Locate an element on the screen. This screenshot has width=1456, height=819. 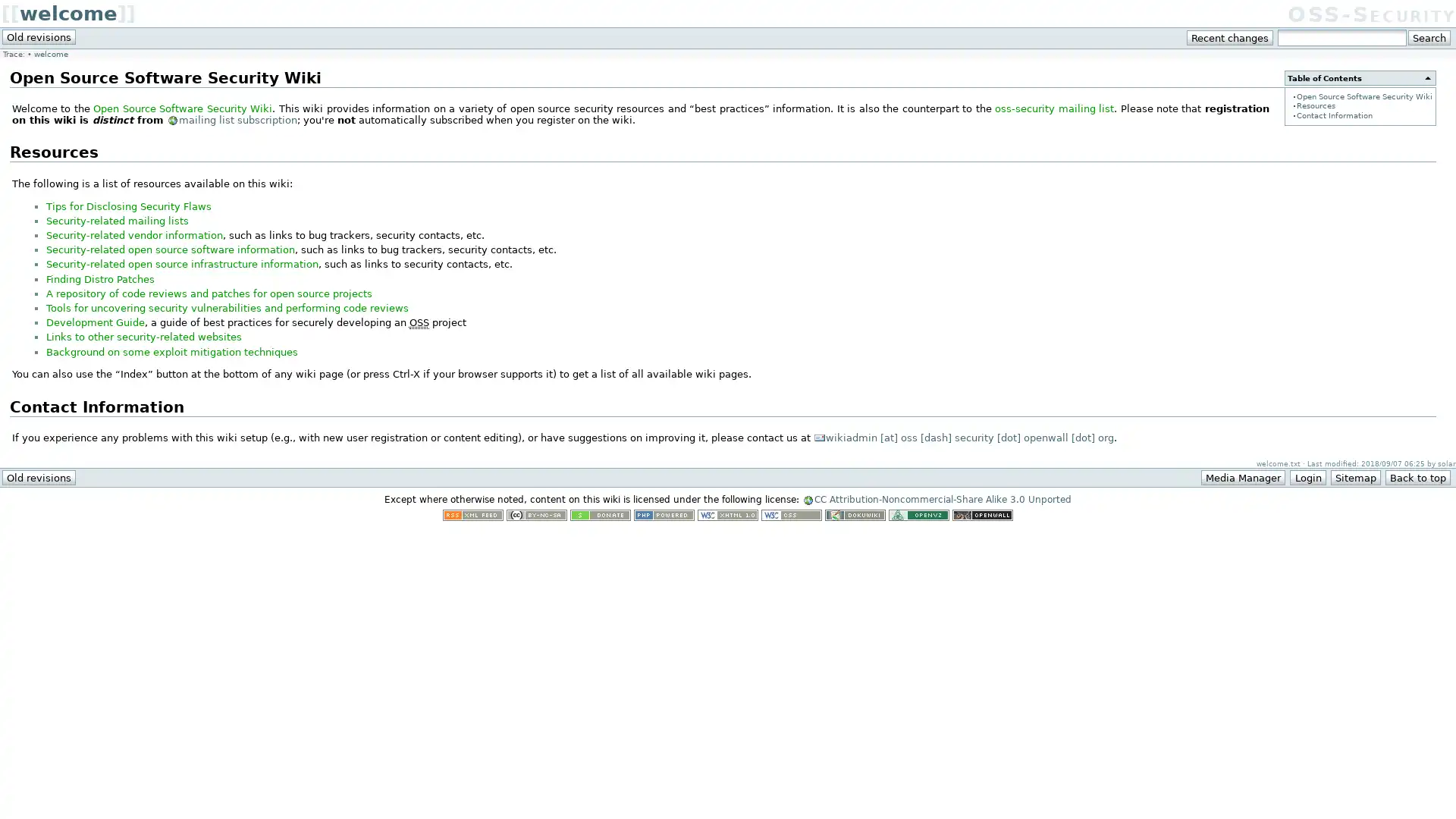
Old revisions is located at coordinates (39, 36).